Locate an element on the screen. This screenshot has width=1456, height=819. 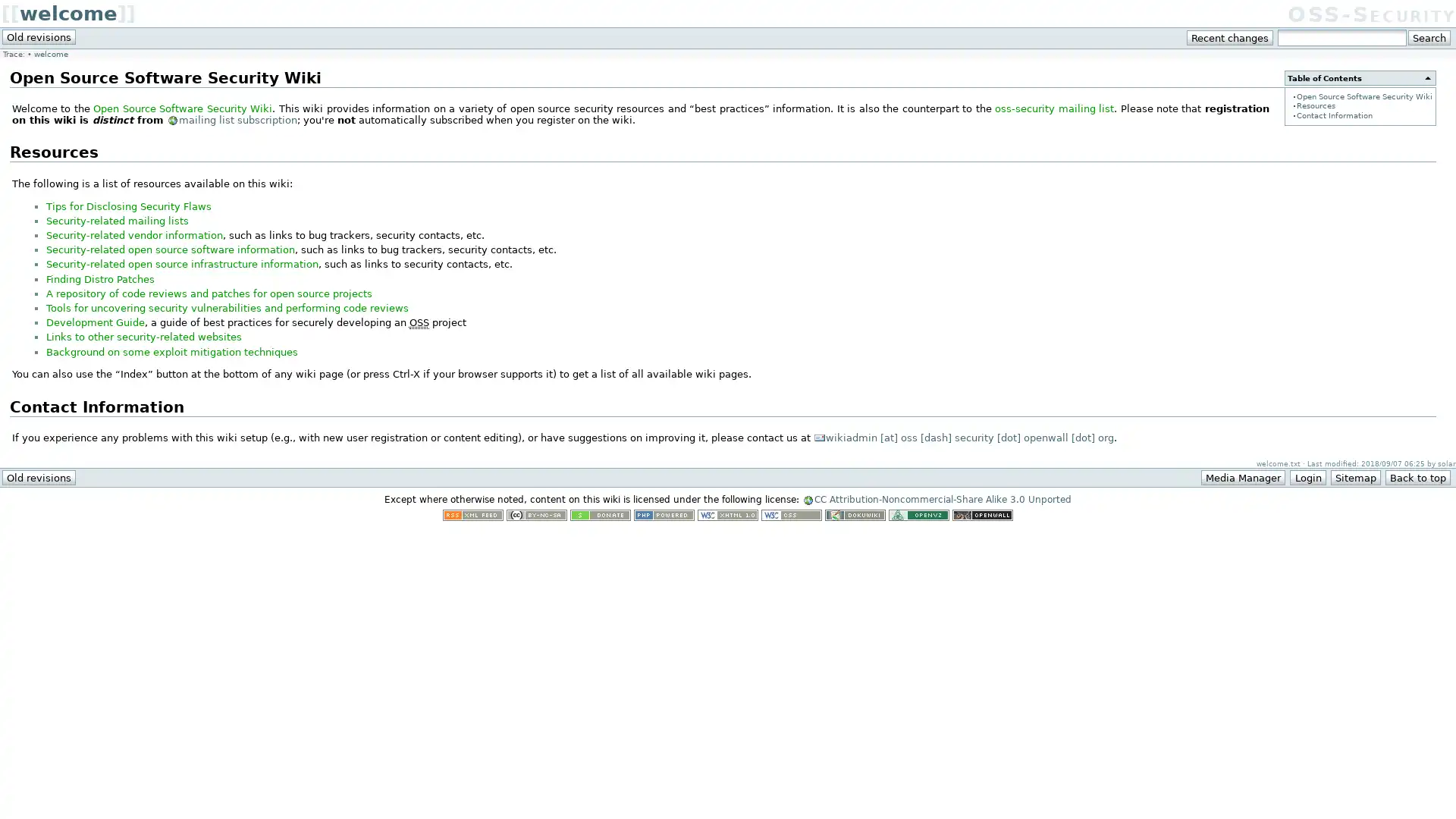
Old revisions is located at coordinates (39, 36).